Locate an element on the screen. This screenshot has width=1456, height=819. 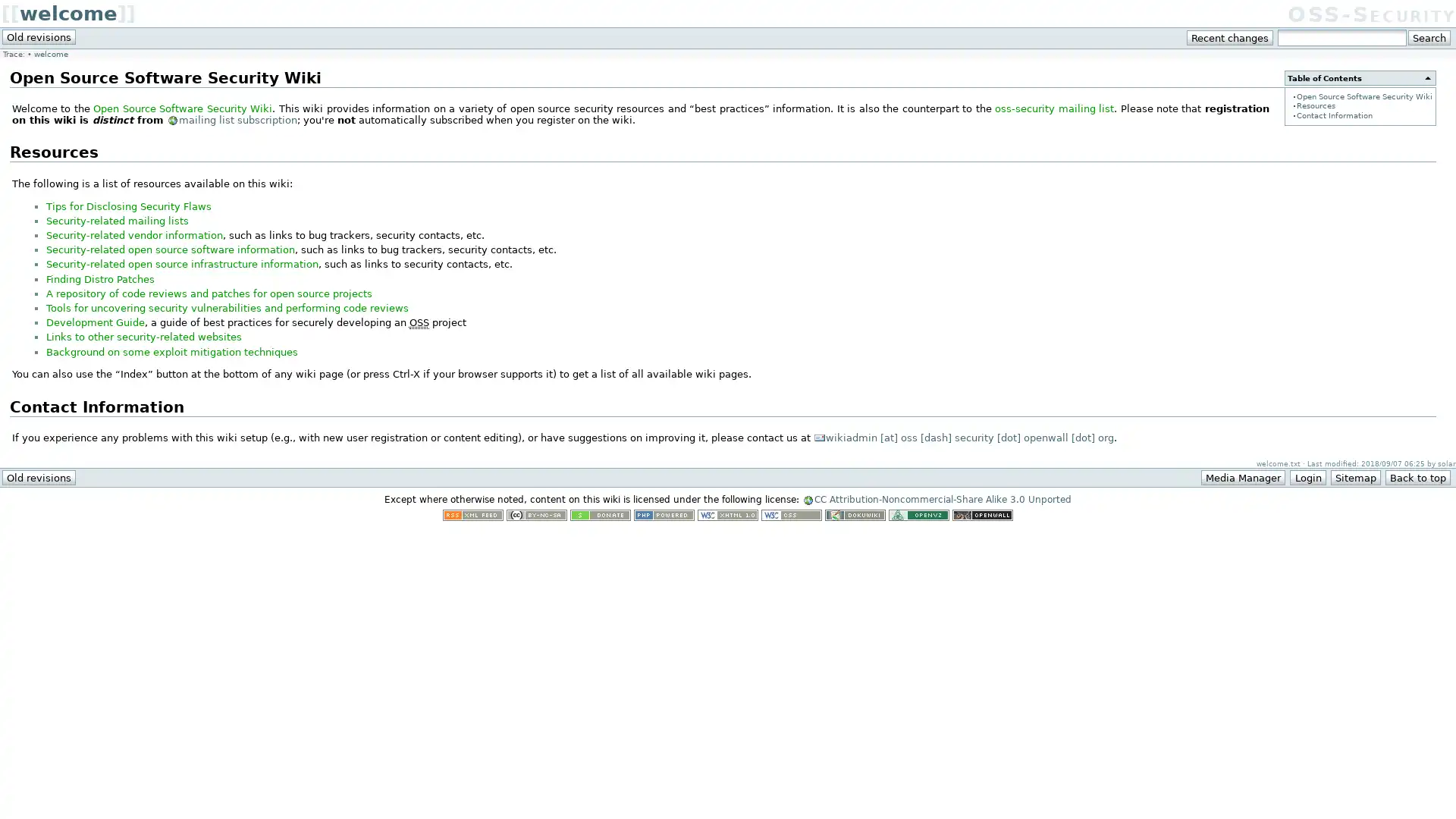
Old revisions is located at coordinates (39, 36).